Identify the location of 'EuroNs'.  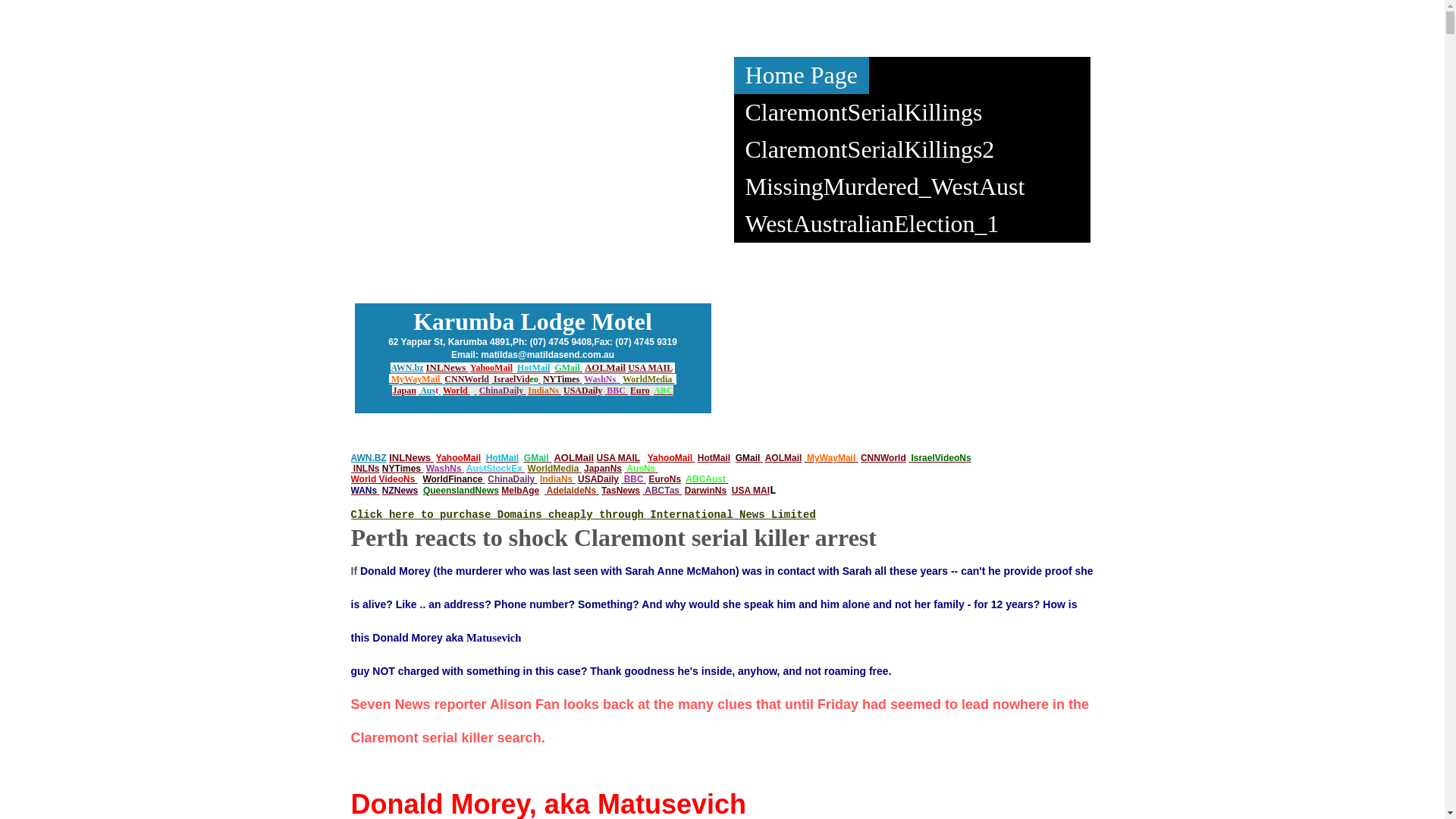
(664, 479).